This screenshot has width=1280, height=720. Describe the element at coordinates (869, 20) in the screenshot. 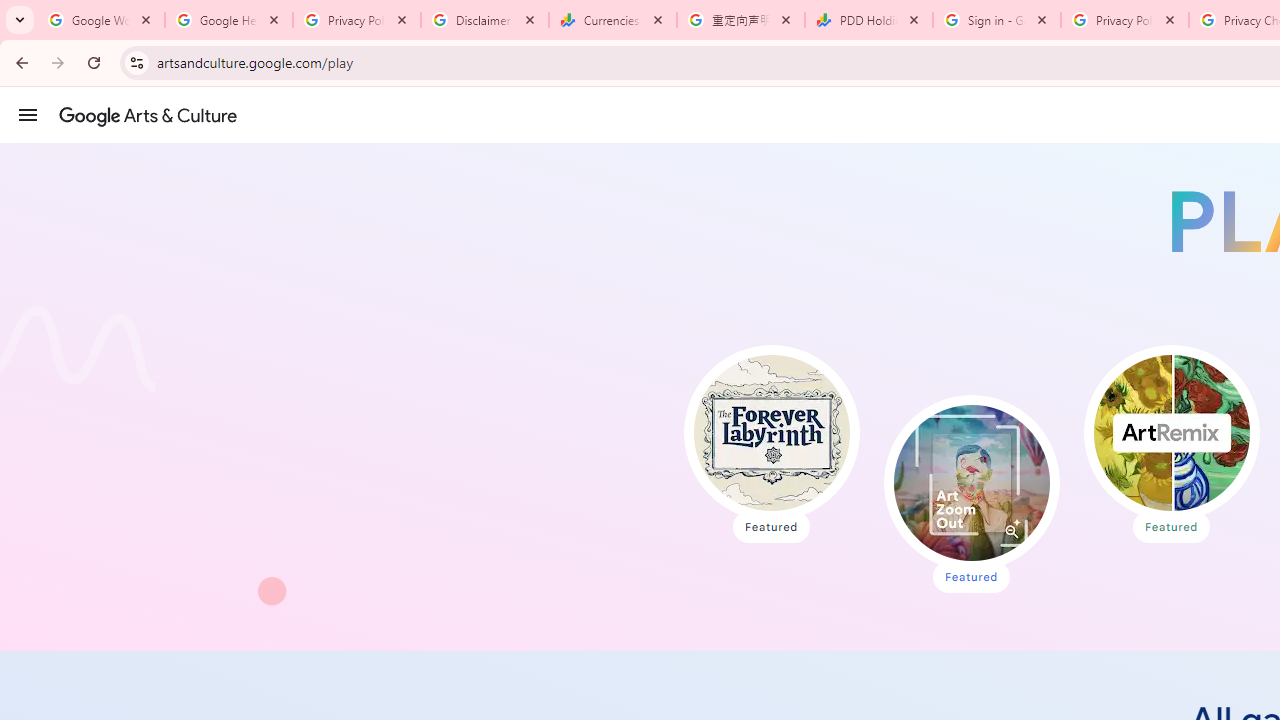

I see `'PDD Holdings Inc - ADR (PDD) Price & News - Google Finance'` at that location.